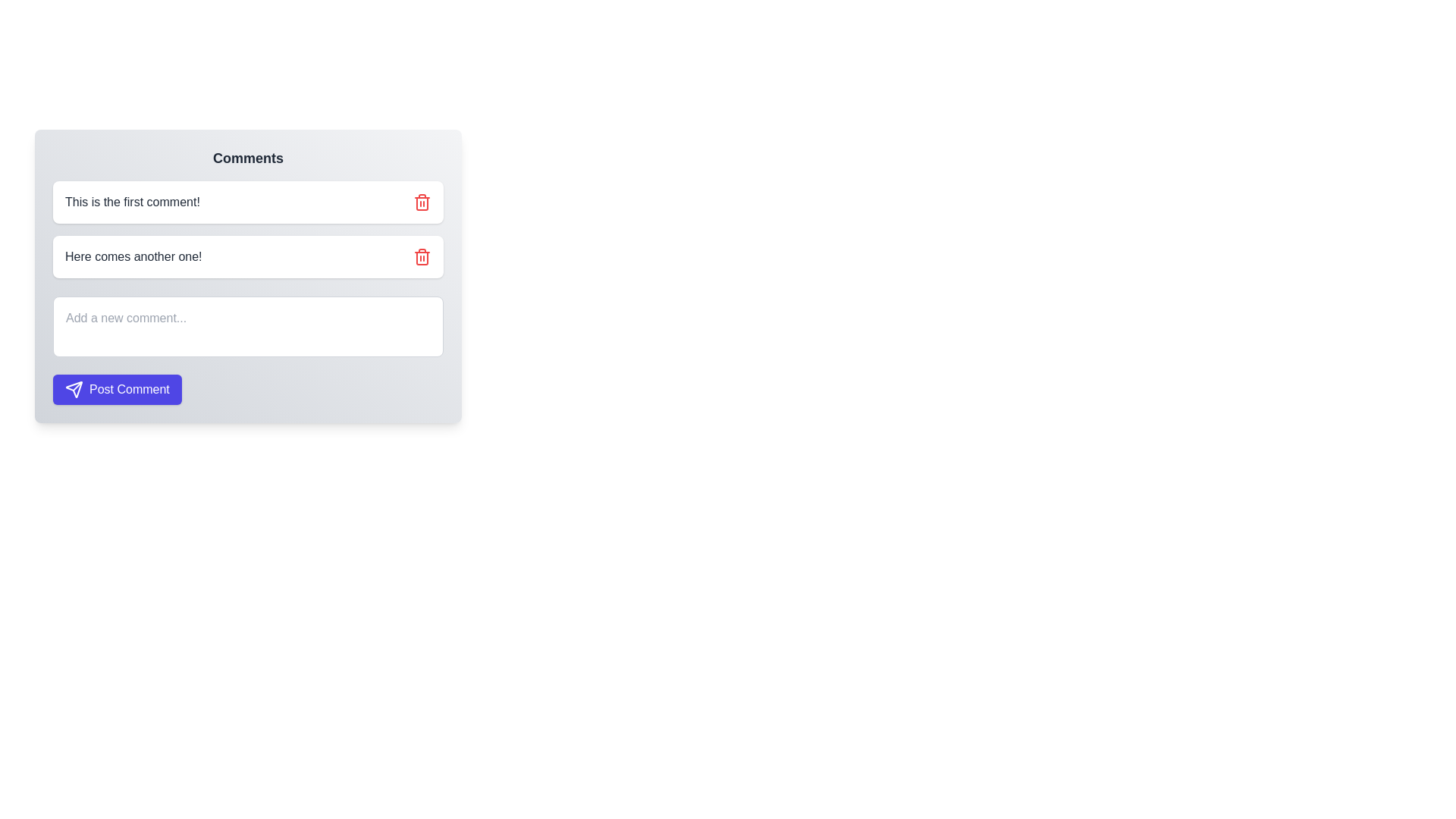 The width and height of the screenshot is (1456, 819). Describe the element at coordinates (248, 201) in the screenshot. I see `comment text 'This is the first comment!' from the comment display box with a white background and a red trash icon on the right` at that location.